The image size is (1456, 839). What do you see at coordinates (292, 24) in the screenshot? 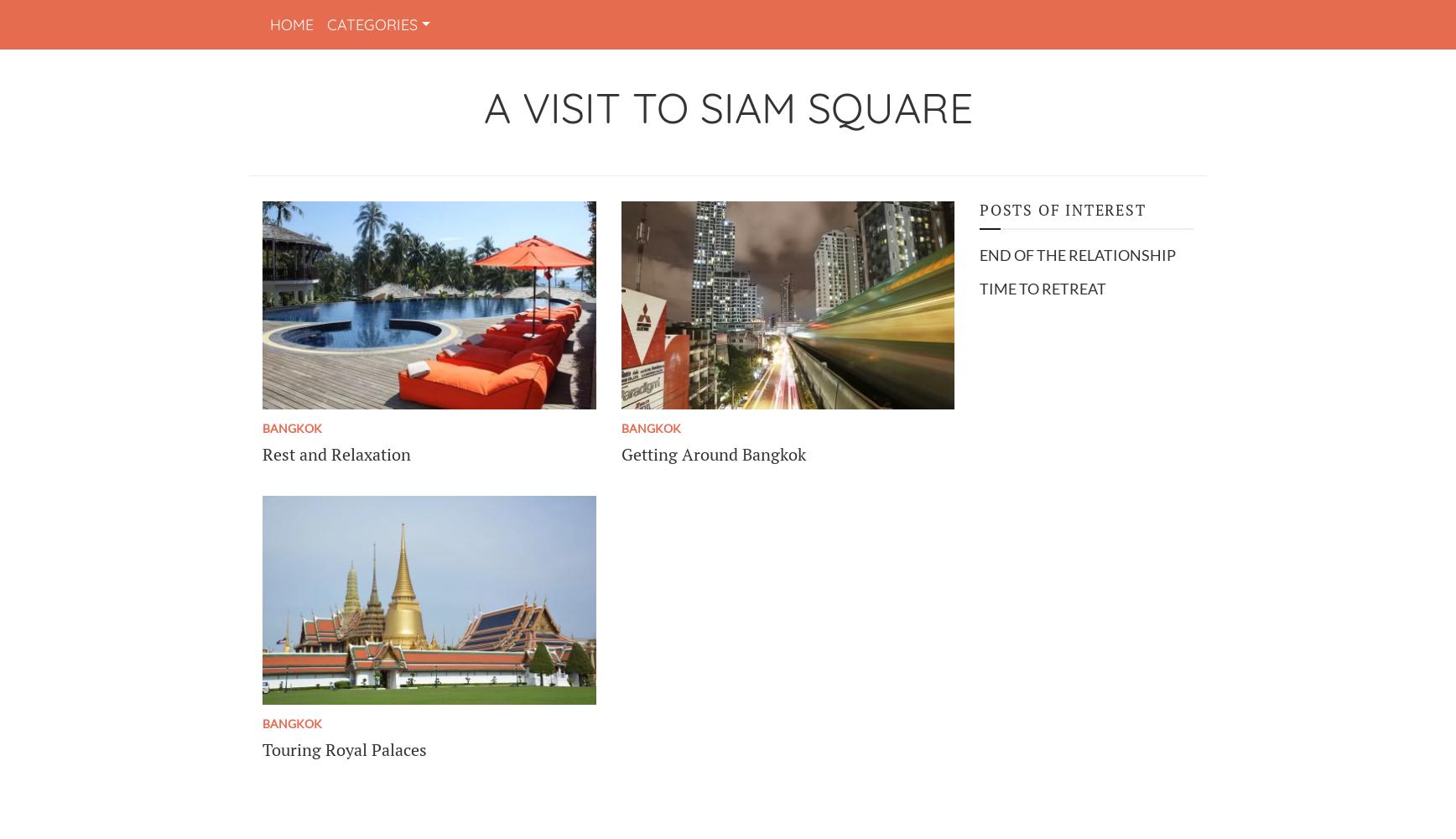
I see `'Home'` at bounding box center [292, 24].